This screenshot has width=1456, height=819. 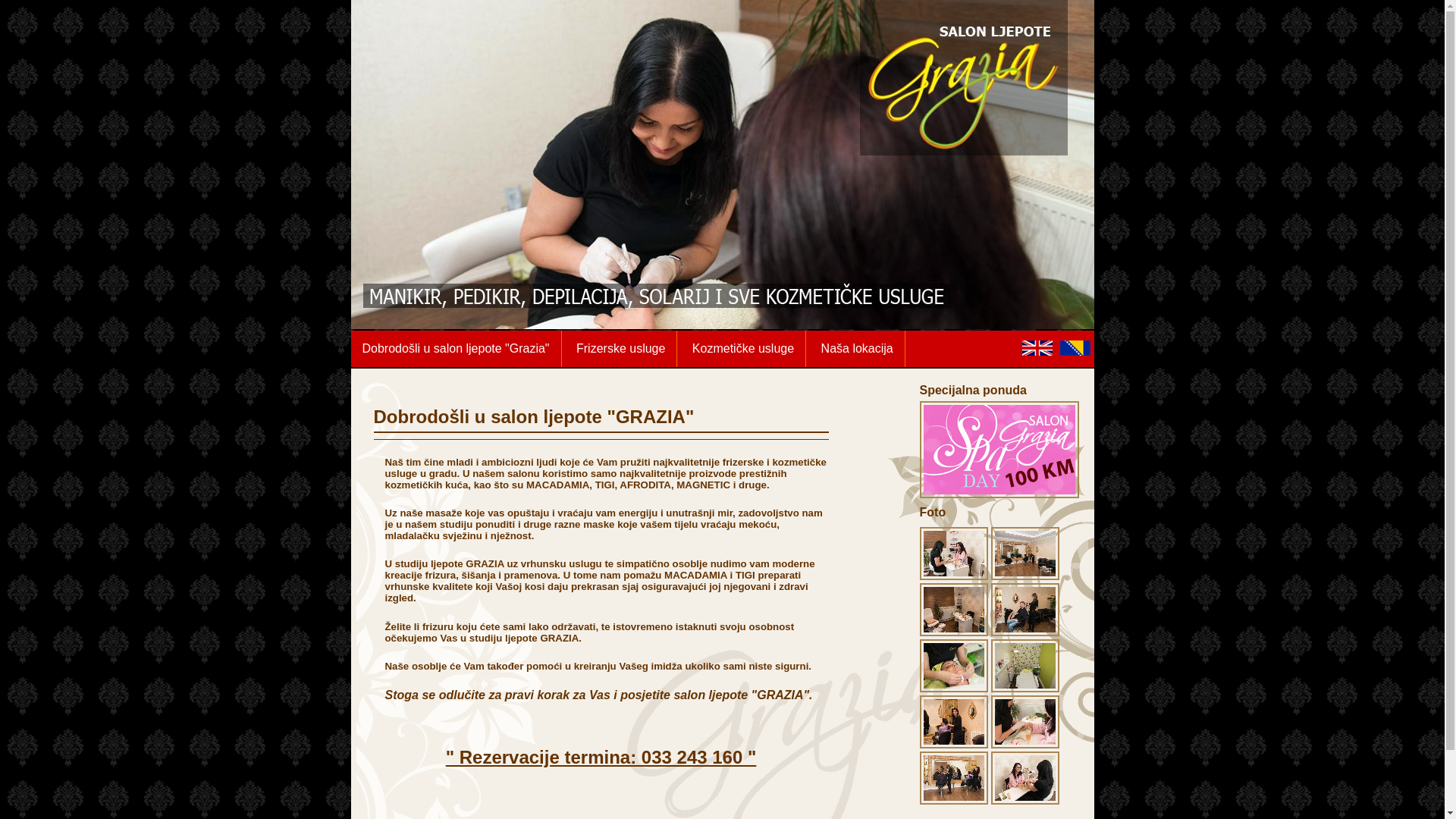 I want to click on 'Frizerske usluge', so click(x=621, y=348).